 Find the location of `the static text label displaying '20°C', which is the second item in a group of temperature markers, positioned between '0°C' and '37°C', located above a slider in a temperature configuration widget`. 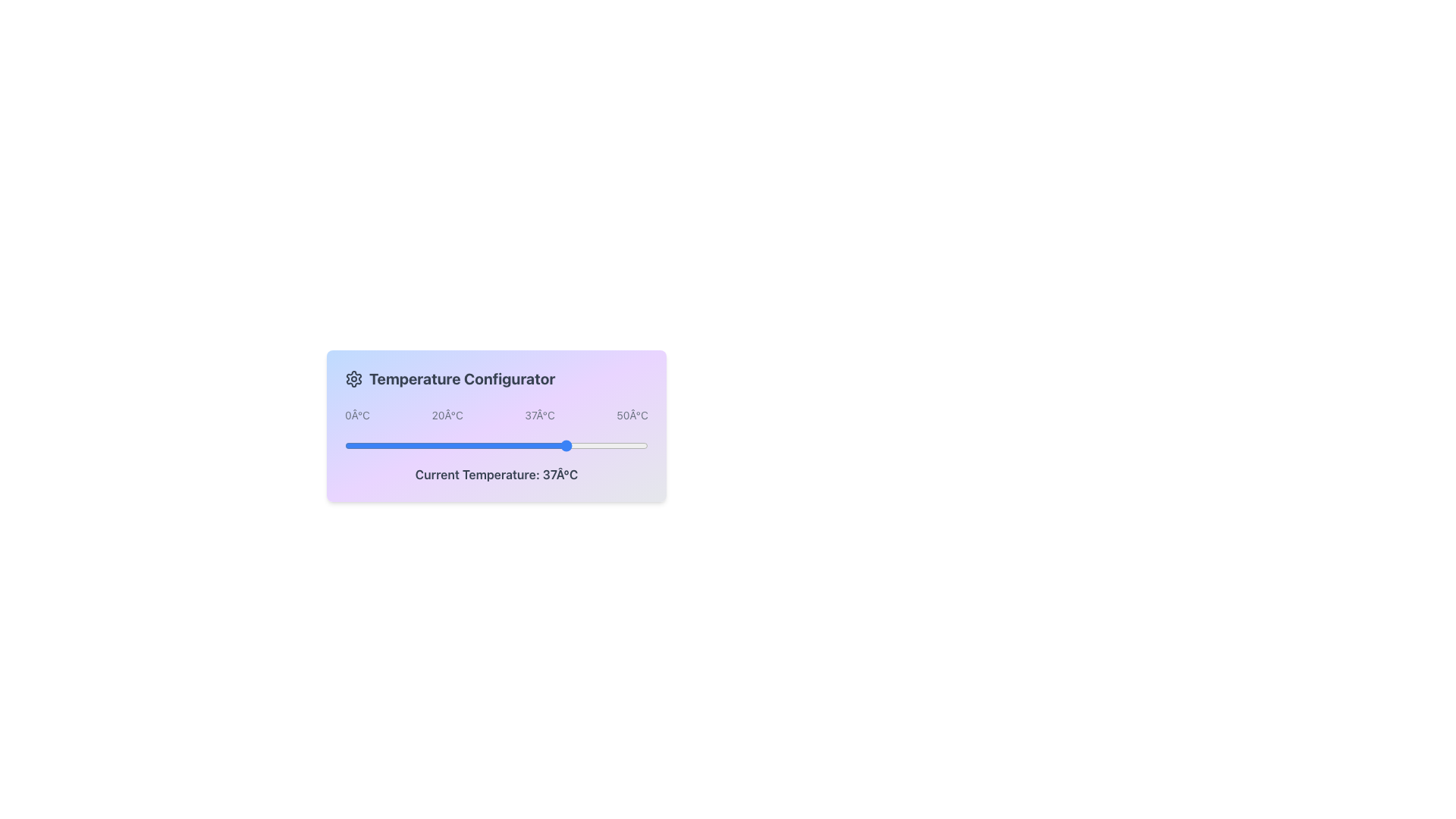

the static text label displaying '20°C', which is the second item in a group of temperature markers, positioned between '0°C' and '37°C', located above a slider in a temperature configuration widget is located at coordinates (447, 415).